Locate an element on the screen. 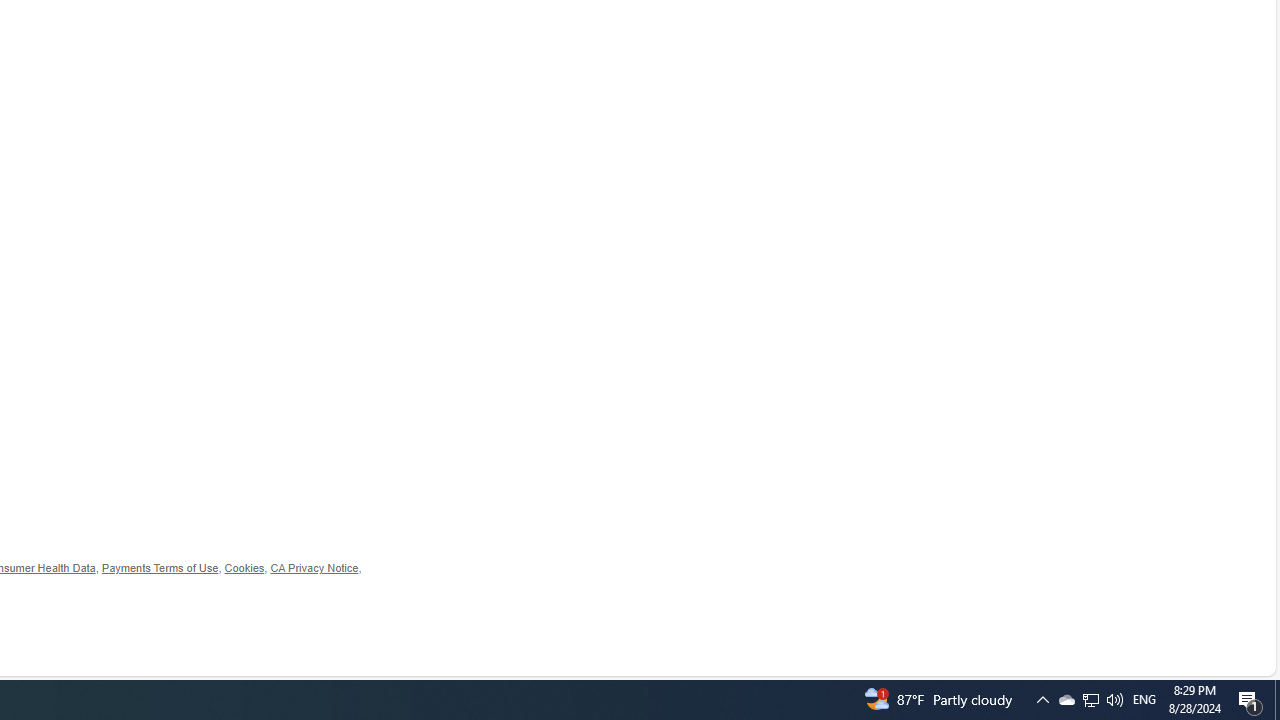 The height and width of the screenshot is (720, 1280). 'CA Privacy Notice' is located at coordinates (313, 568).